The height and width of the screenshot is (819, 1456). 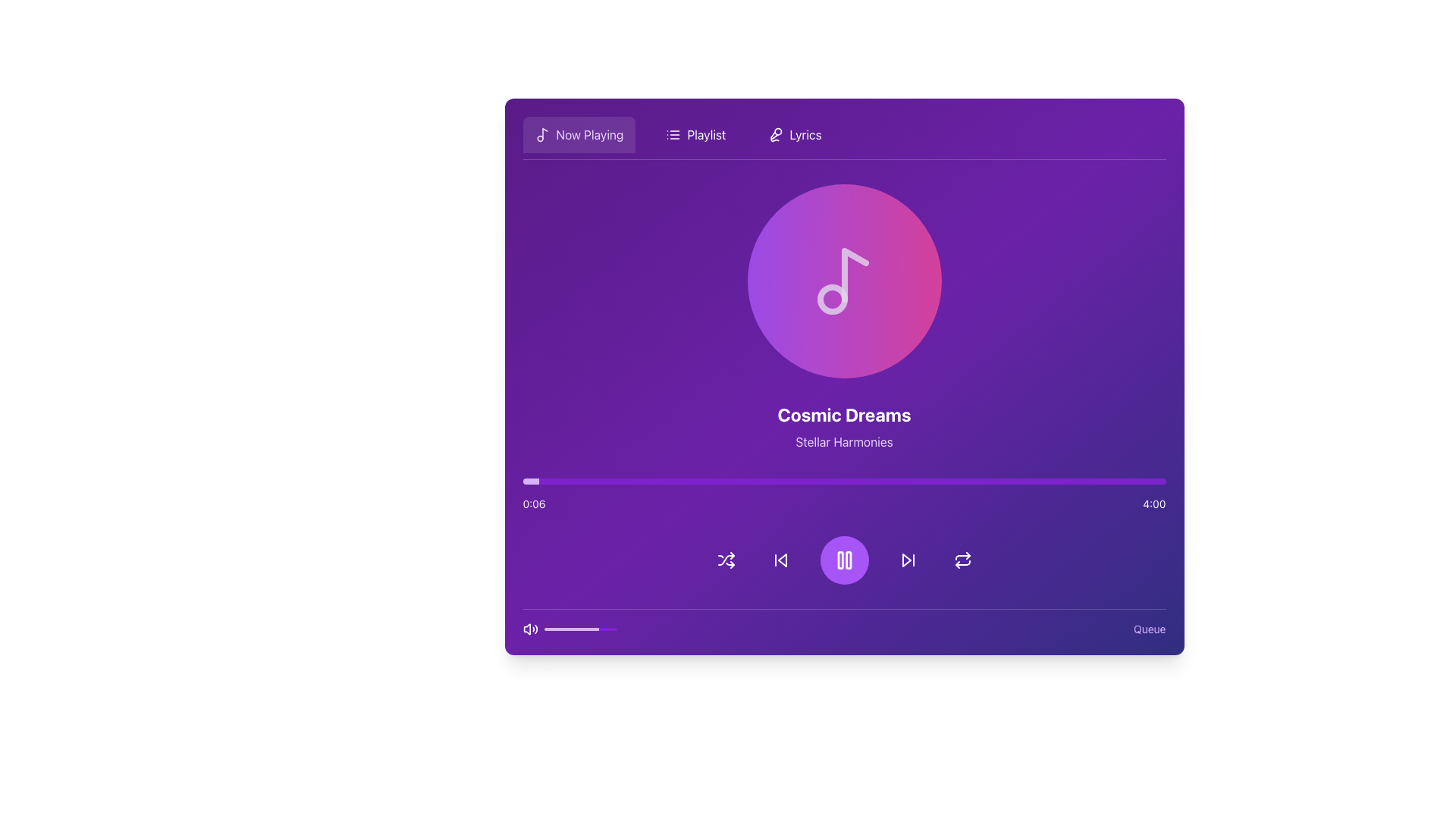 What do you see at coordinates (526, 629) in the screenshot?
I see `the medium-sized speaker icon emitting sound waves, located at the bottom-left corner of the music player interface` at bounding box center [526, 629].